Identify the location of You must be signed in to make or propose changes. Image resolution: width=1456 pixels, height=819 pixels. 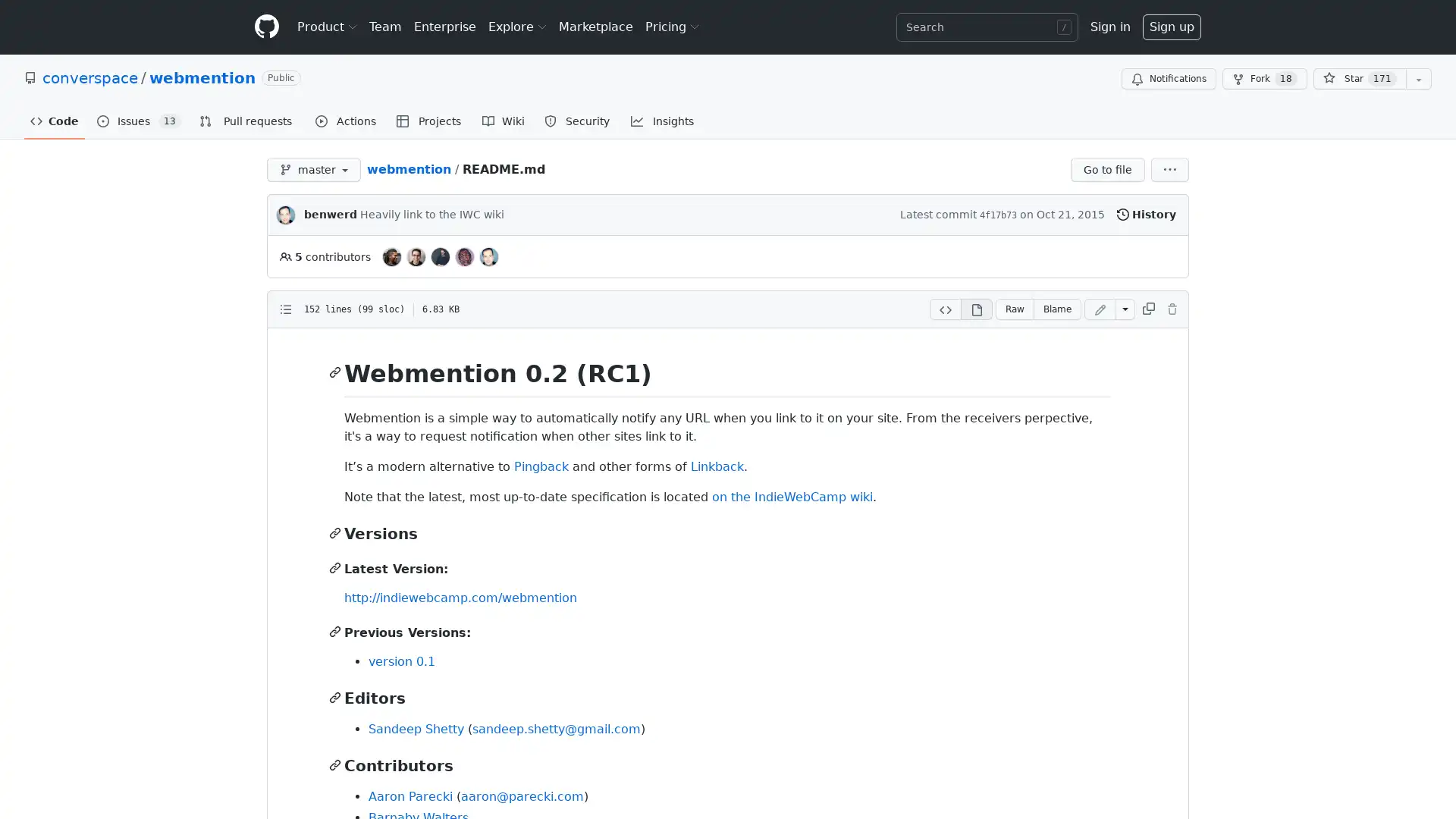
(1171, 309).